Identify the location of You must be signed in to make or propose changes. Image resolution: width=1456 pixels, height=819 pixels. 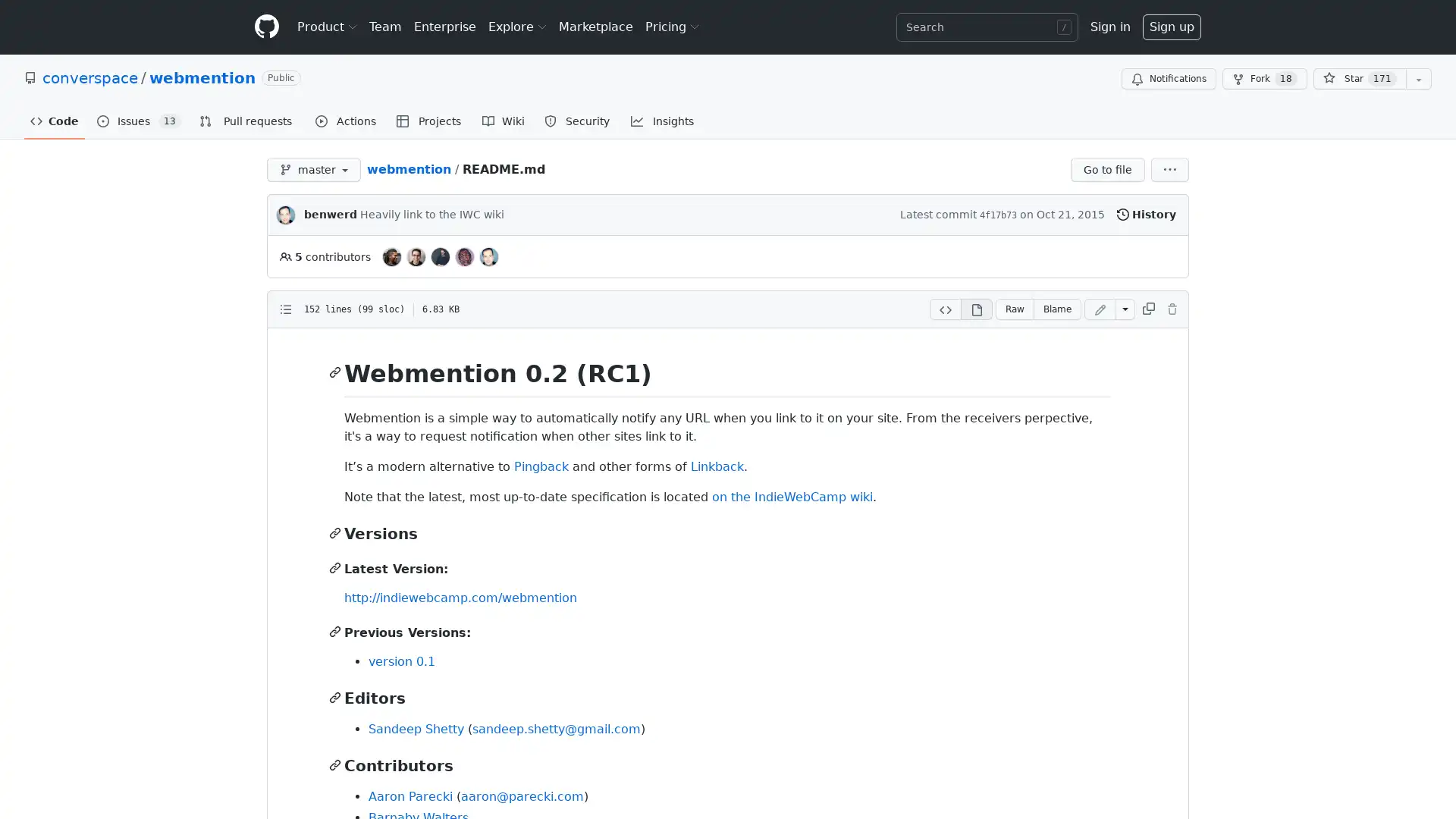
(1171, 309).